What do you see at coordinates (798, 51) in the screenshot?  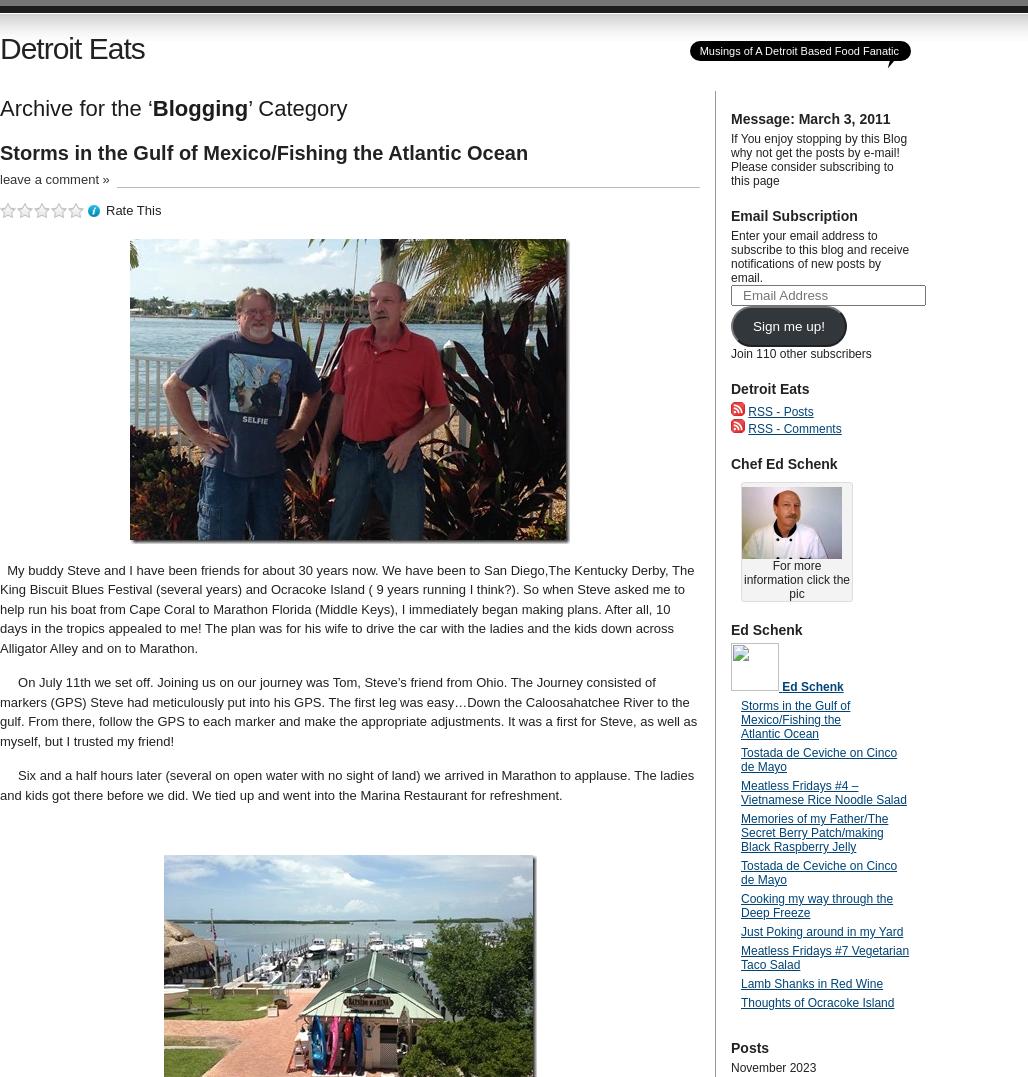 I see `'Musings of A Detroit Based Food Fanatic'` at bounding box center [798, 51].